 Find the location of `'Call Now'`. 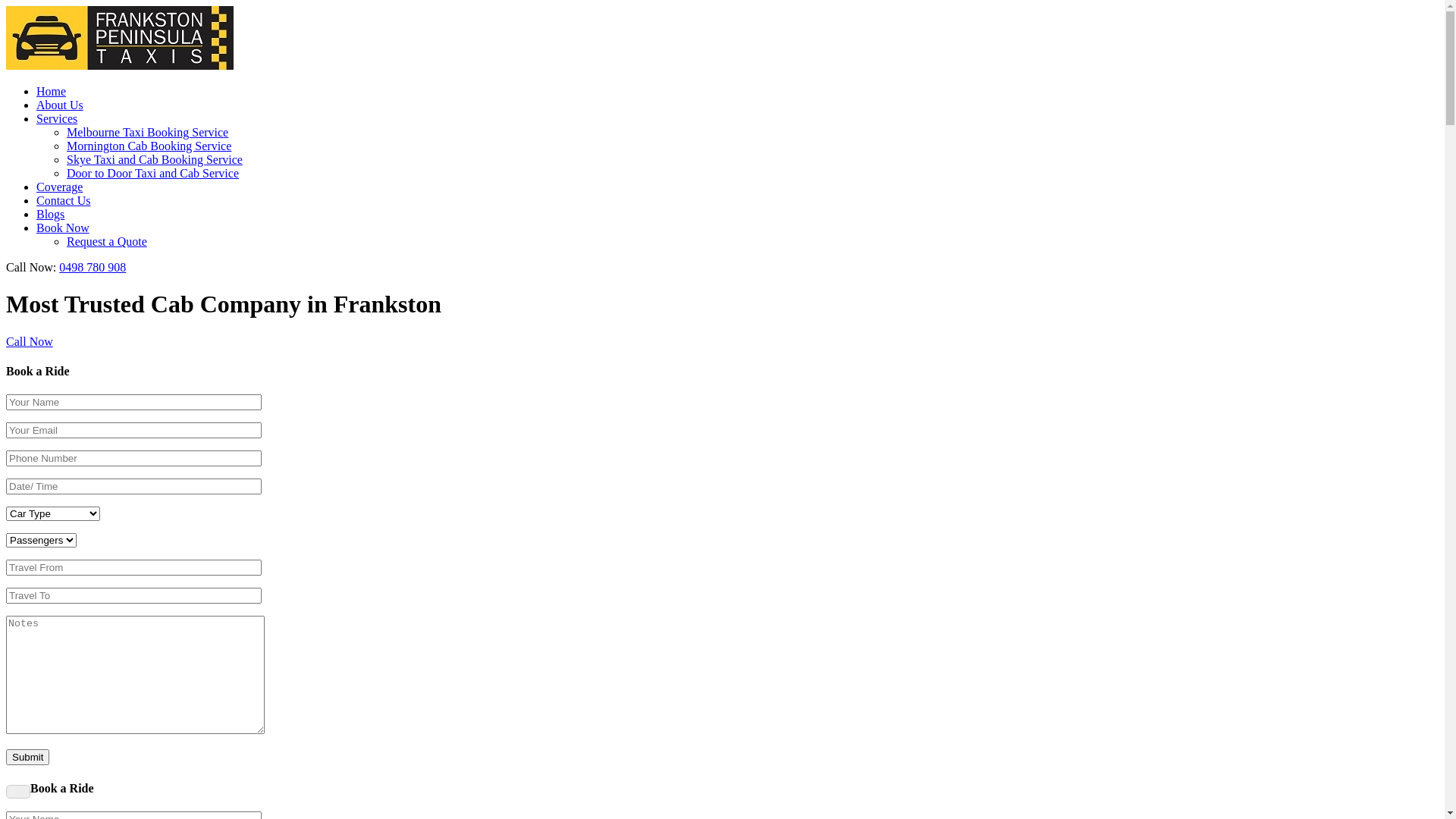

'Call Now' is located at coordinates (29, 341).